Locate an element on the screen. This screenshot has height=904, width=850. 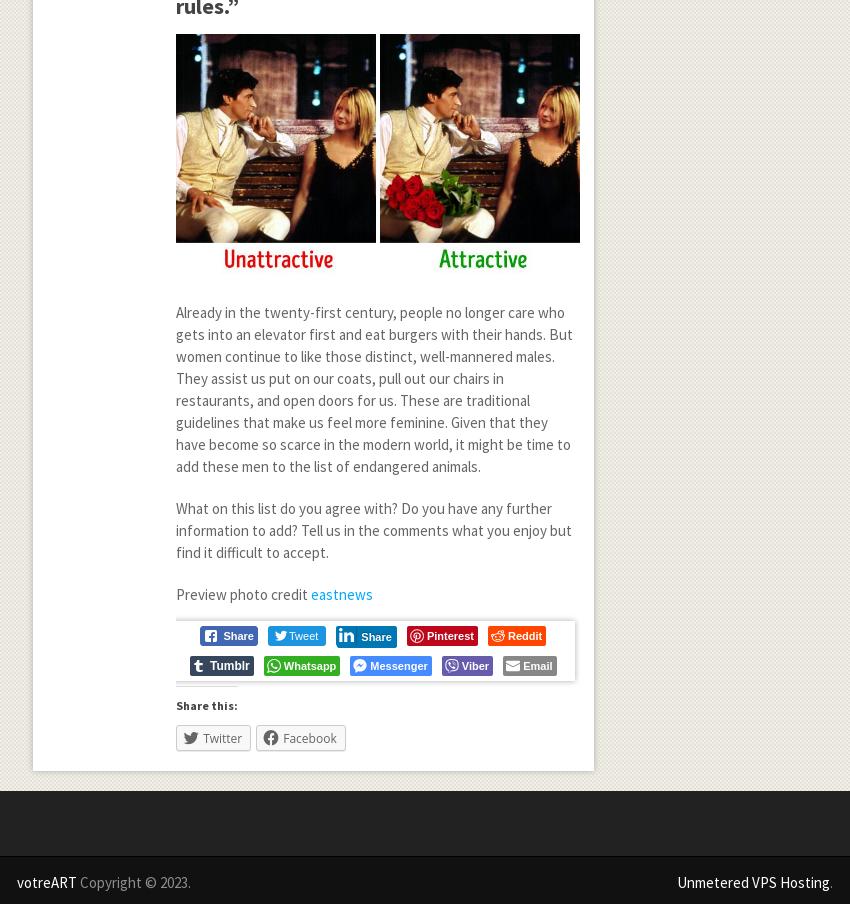
'Tweet' is located at coordinates (303, 634).